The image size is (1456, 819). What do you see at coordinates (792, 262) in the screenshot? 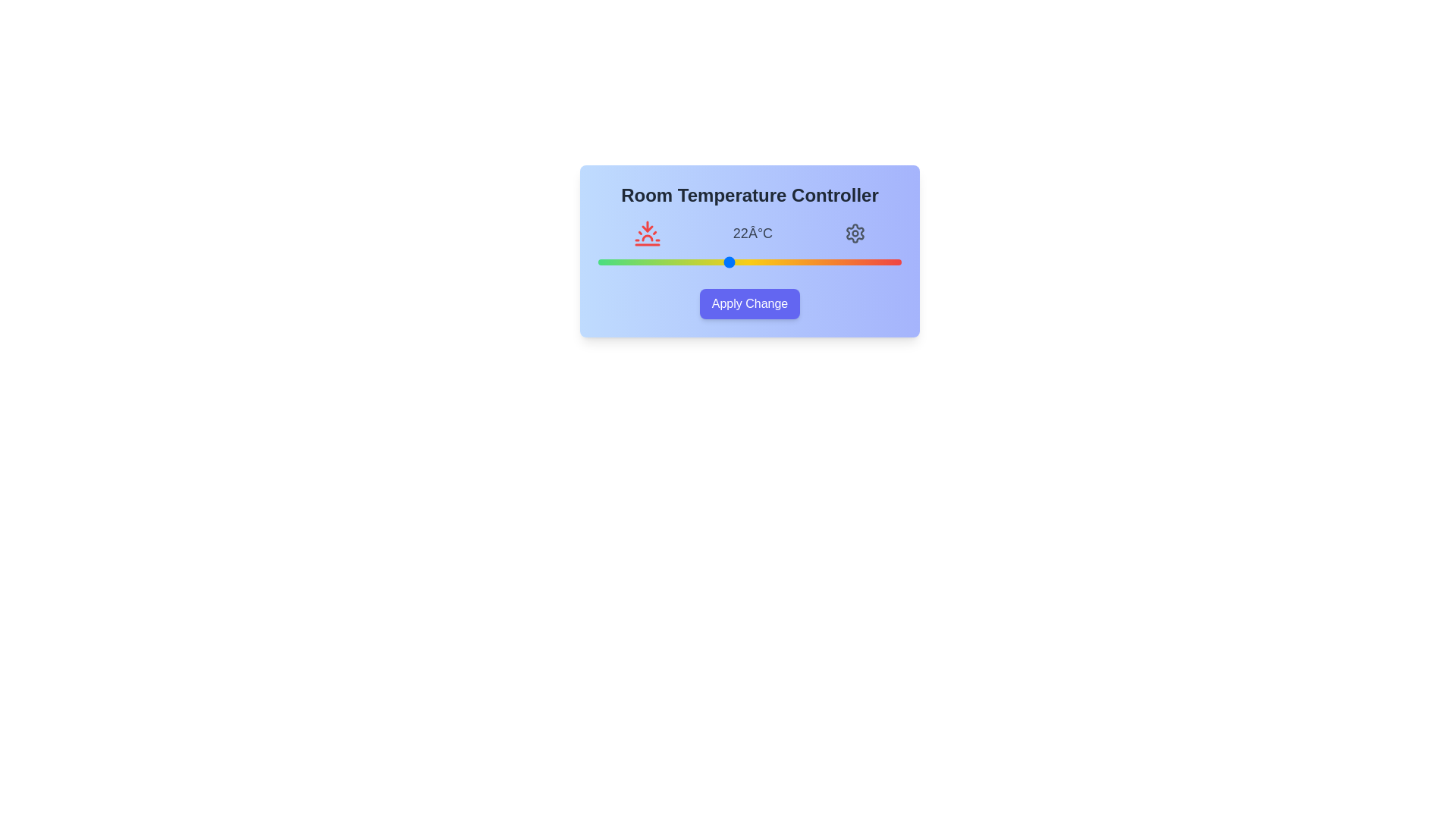
I see `the temperature slider to 25 degrees` at bounding box center [792, 262].